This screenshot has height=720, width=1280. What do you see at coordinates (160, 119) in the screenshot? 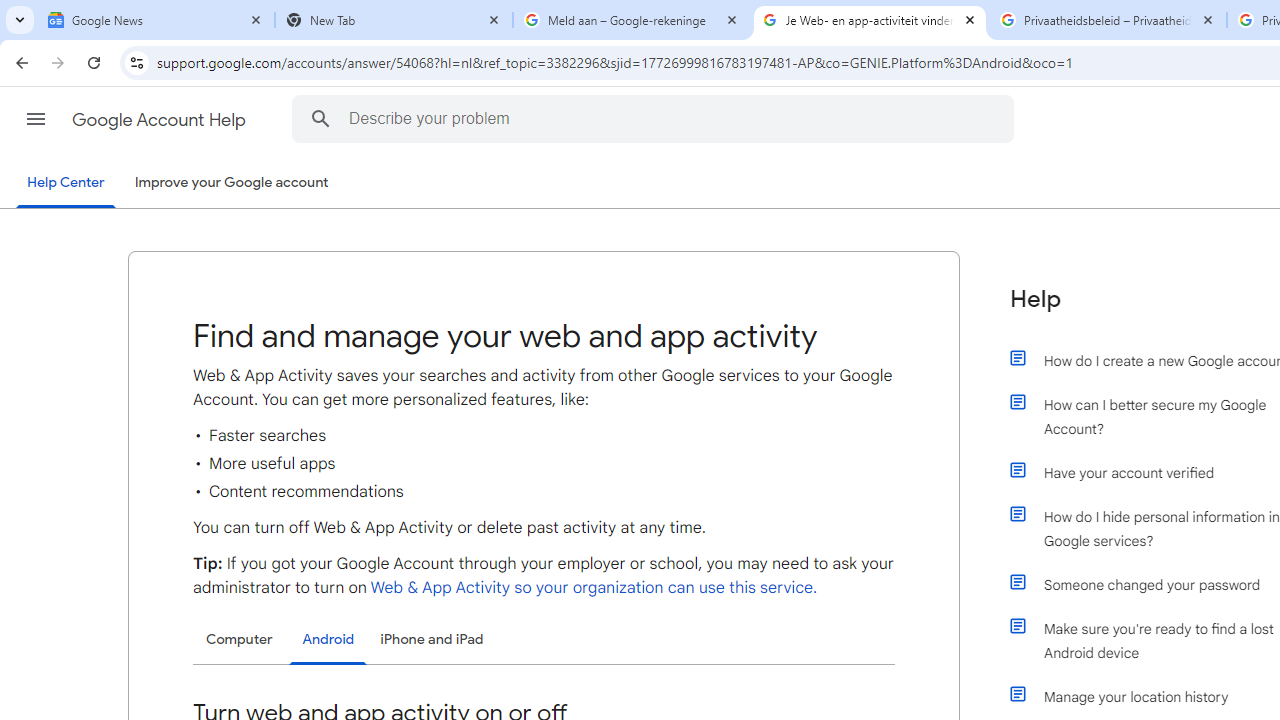
I see `'Google Account Help'` at bounding box center [160, 119].